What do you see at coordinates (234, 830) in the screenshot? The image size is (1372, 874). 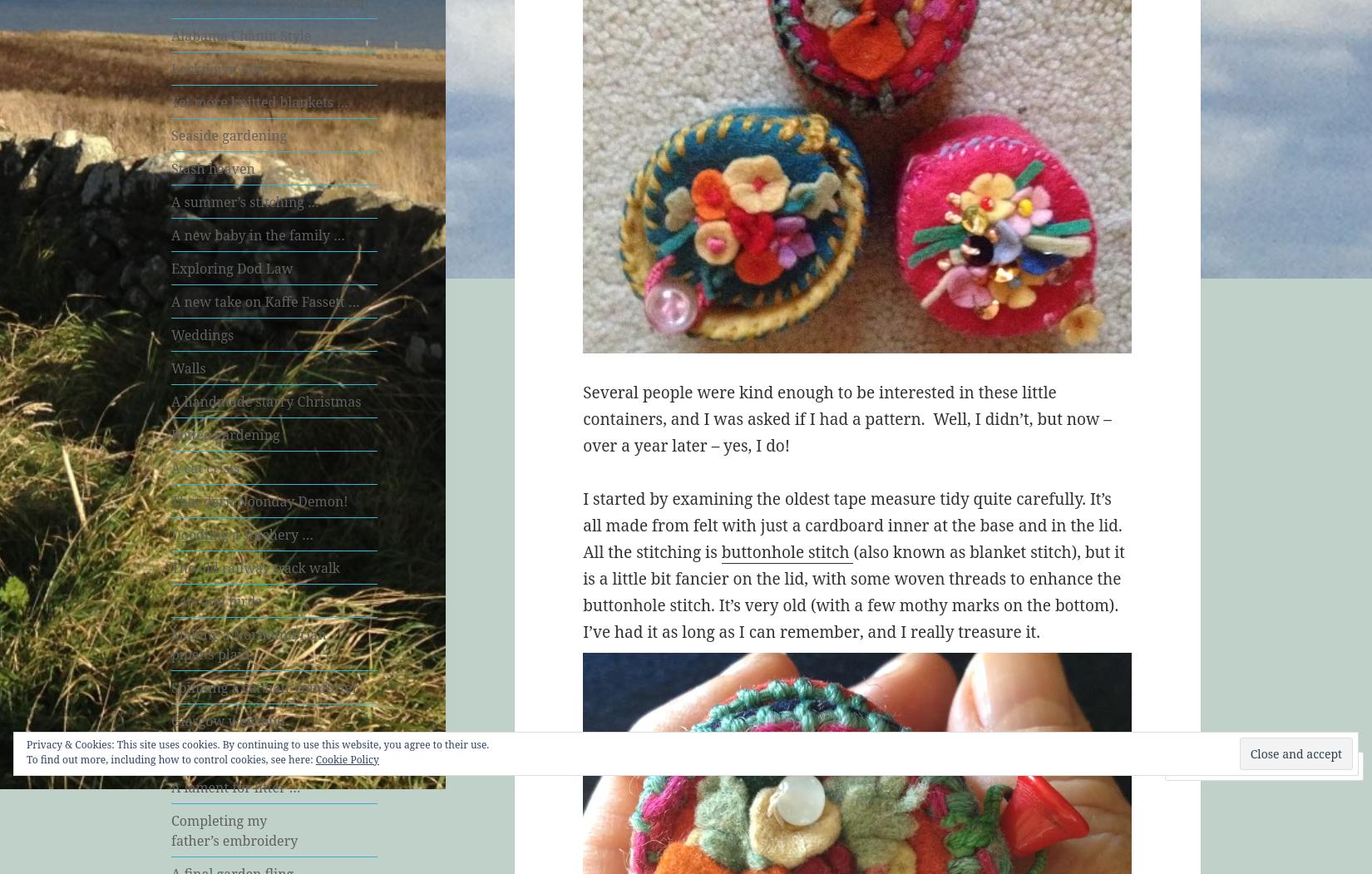 I see `'Completing my father’s embroidery'` at bounding box center [234, 830].